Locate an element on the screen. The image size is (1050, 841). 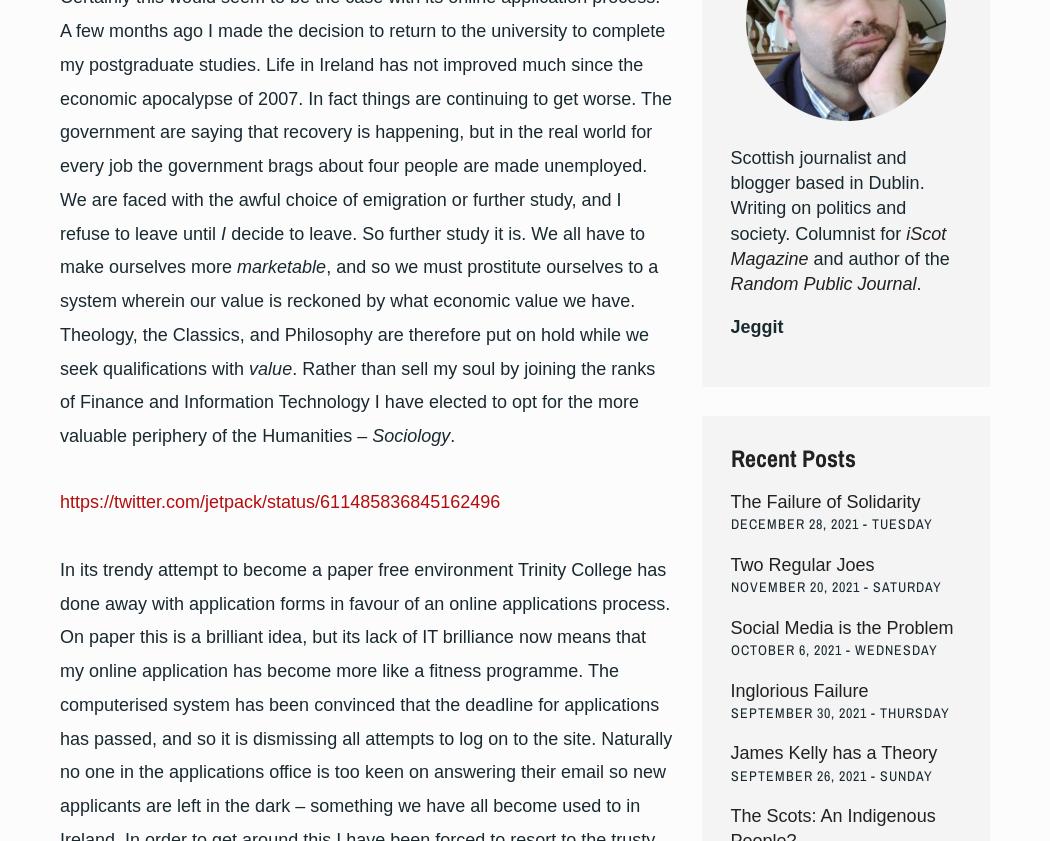
'I' is located at coordinates (222, 232).